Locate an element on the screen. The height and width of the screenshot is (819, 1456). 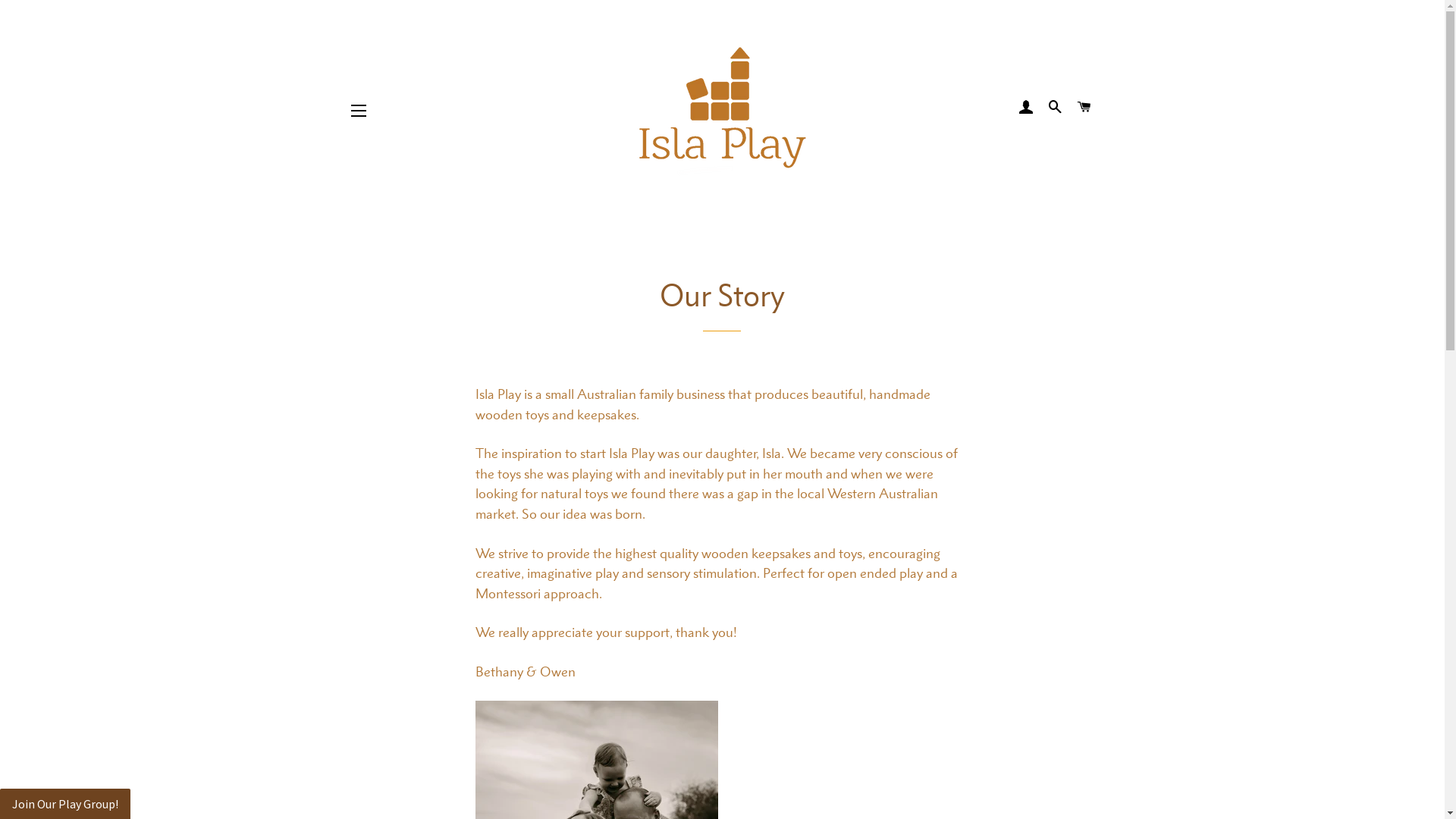
'CART' is located at coordinates (1070, 106).